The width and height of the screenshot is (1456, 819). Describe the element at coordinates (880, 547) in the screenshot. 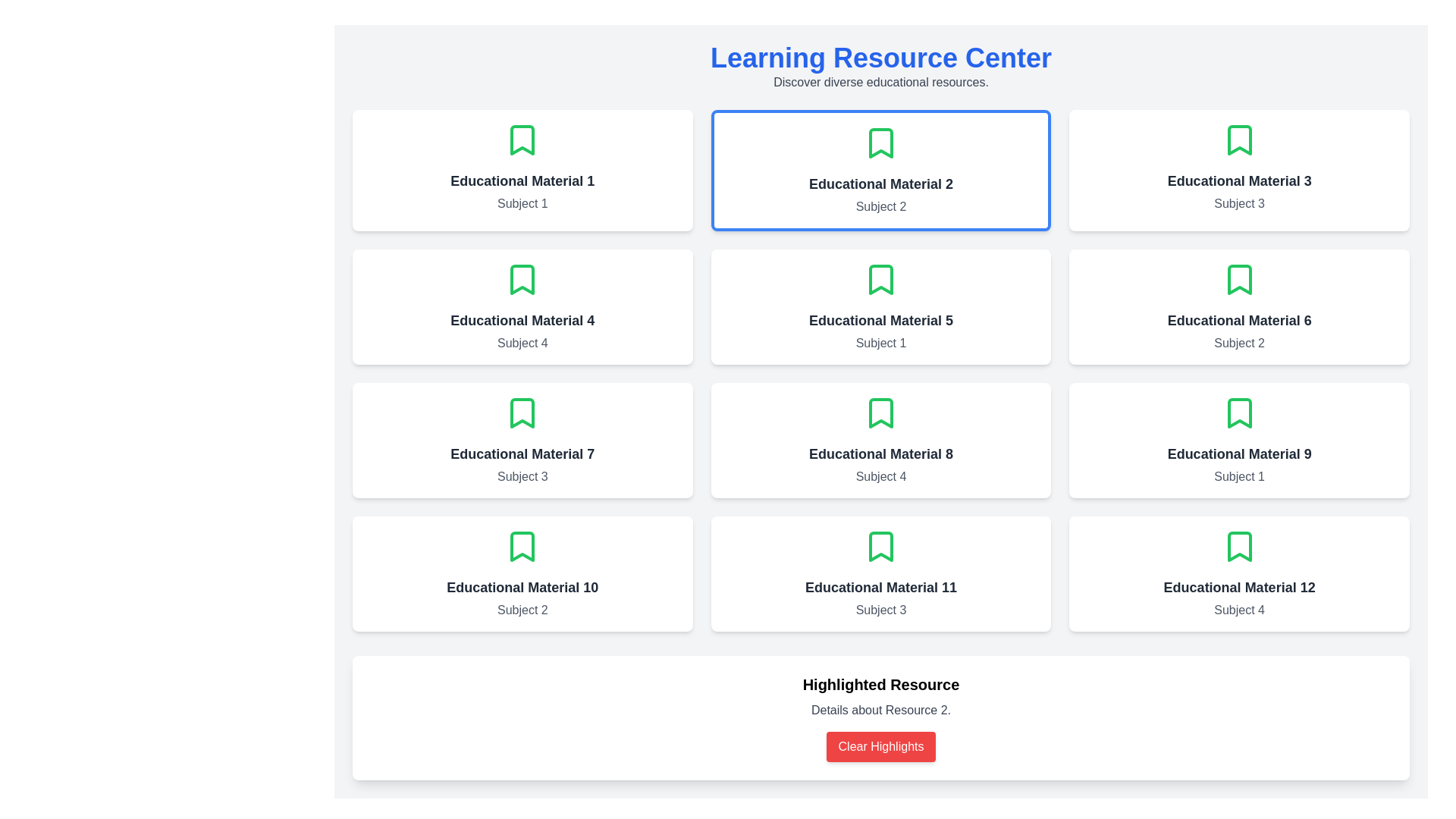

I see `the bookmark icon with a green outline located within the card labeled 'Educational Material 11', which is in the last row of the grid structure` at that location.